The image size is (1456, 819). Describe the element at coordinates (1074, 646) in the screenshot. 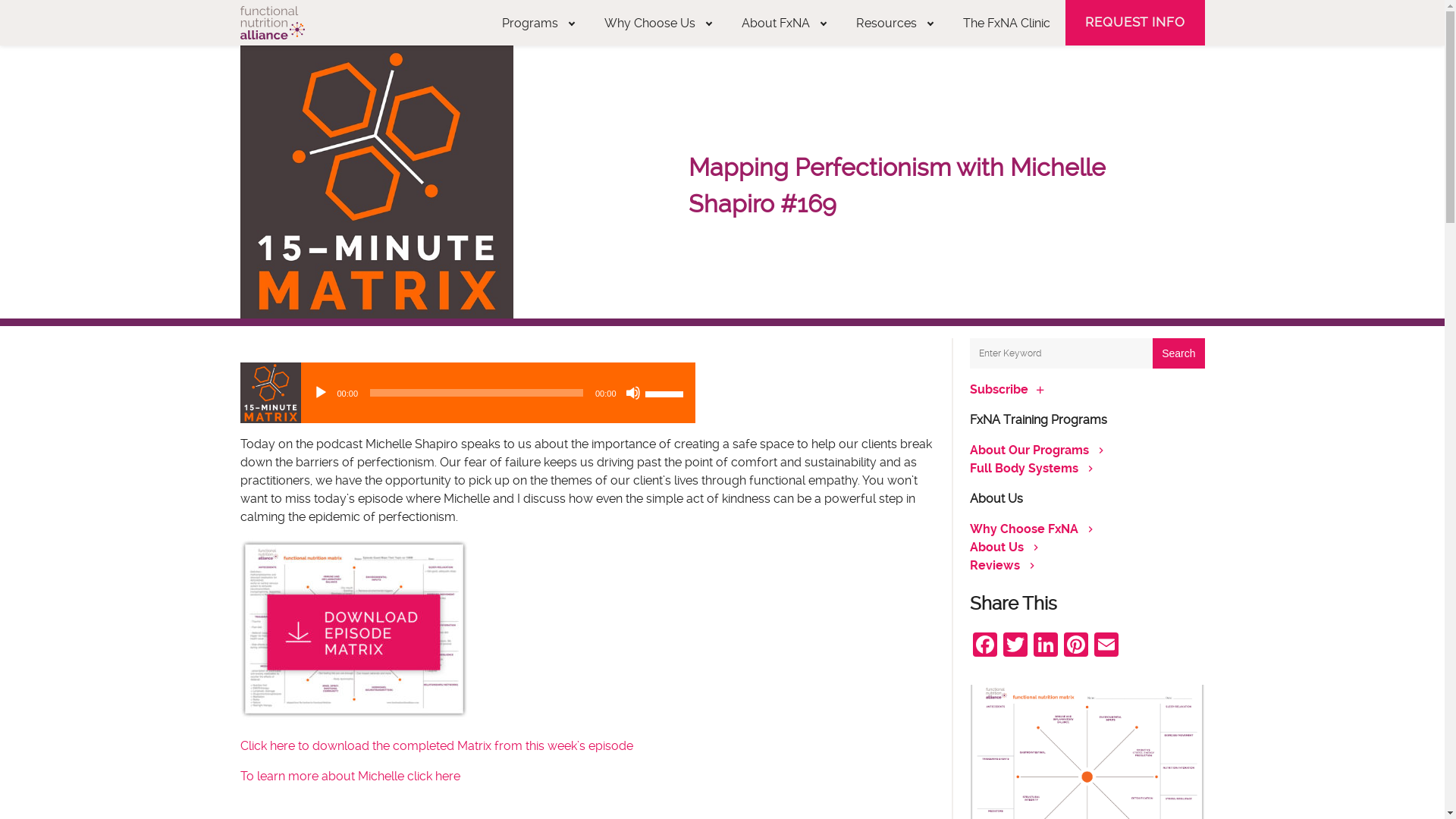

I see `'Pinterest'` at that location.